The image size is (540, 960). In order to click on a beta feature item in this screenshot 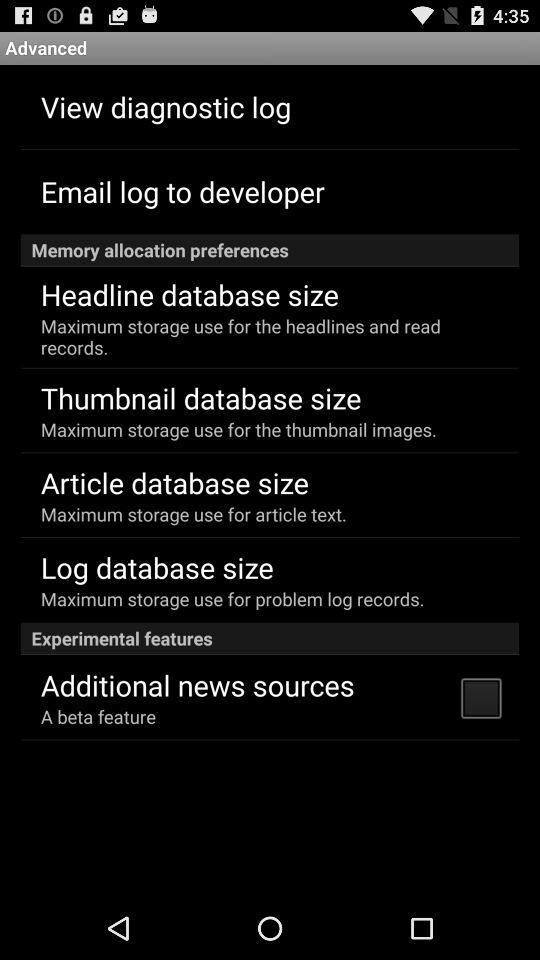, I will do `click(97, 716)`.